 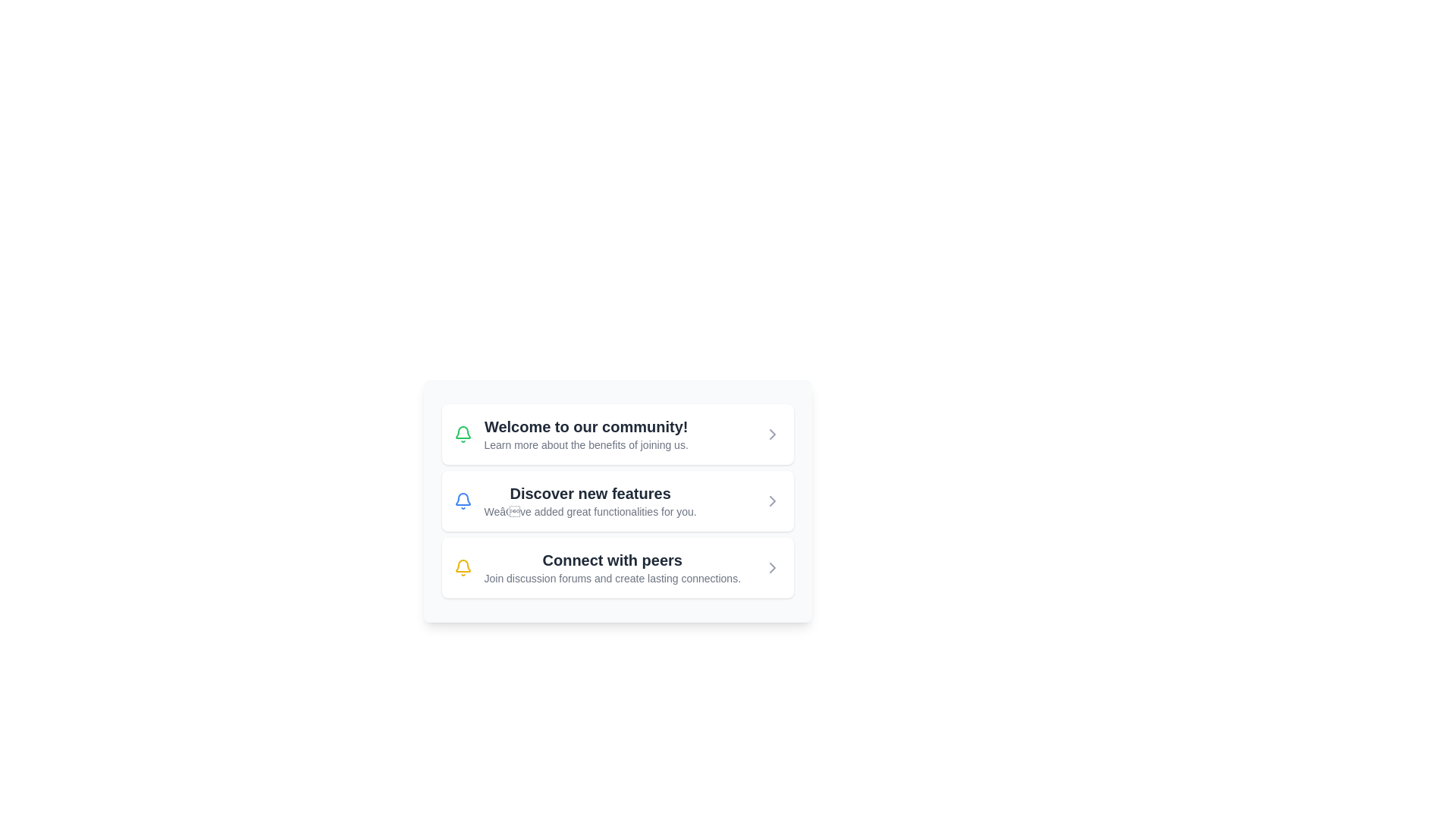 I want to click on the descriptive text element located below the heading 'Connect with peers', which provides additional information about connecting with peers, so click(x=612, y=579).